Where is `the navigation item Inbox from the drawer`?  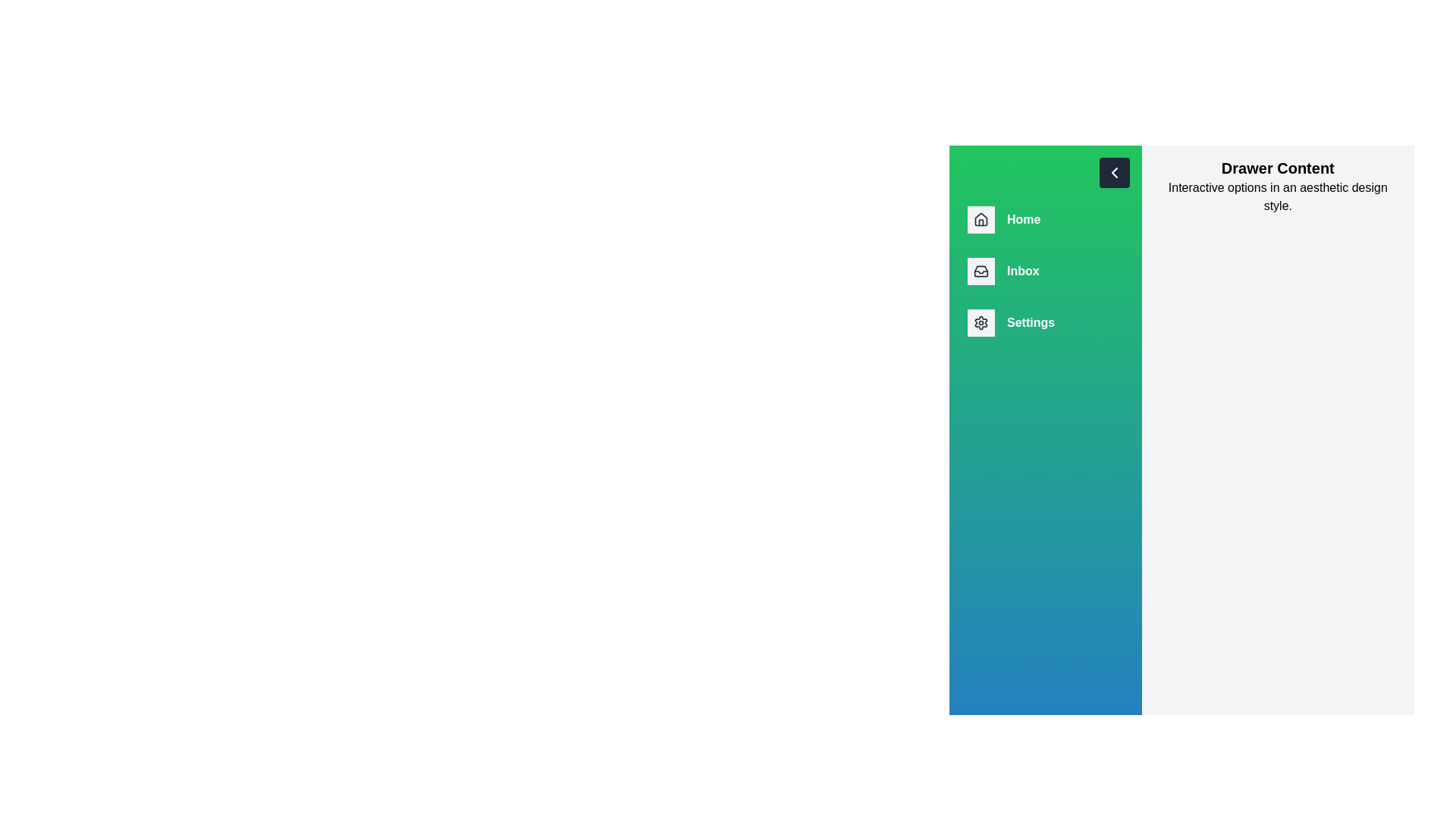
the navigation item Inbox from the drawer is located at coordinates (1043, 271).